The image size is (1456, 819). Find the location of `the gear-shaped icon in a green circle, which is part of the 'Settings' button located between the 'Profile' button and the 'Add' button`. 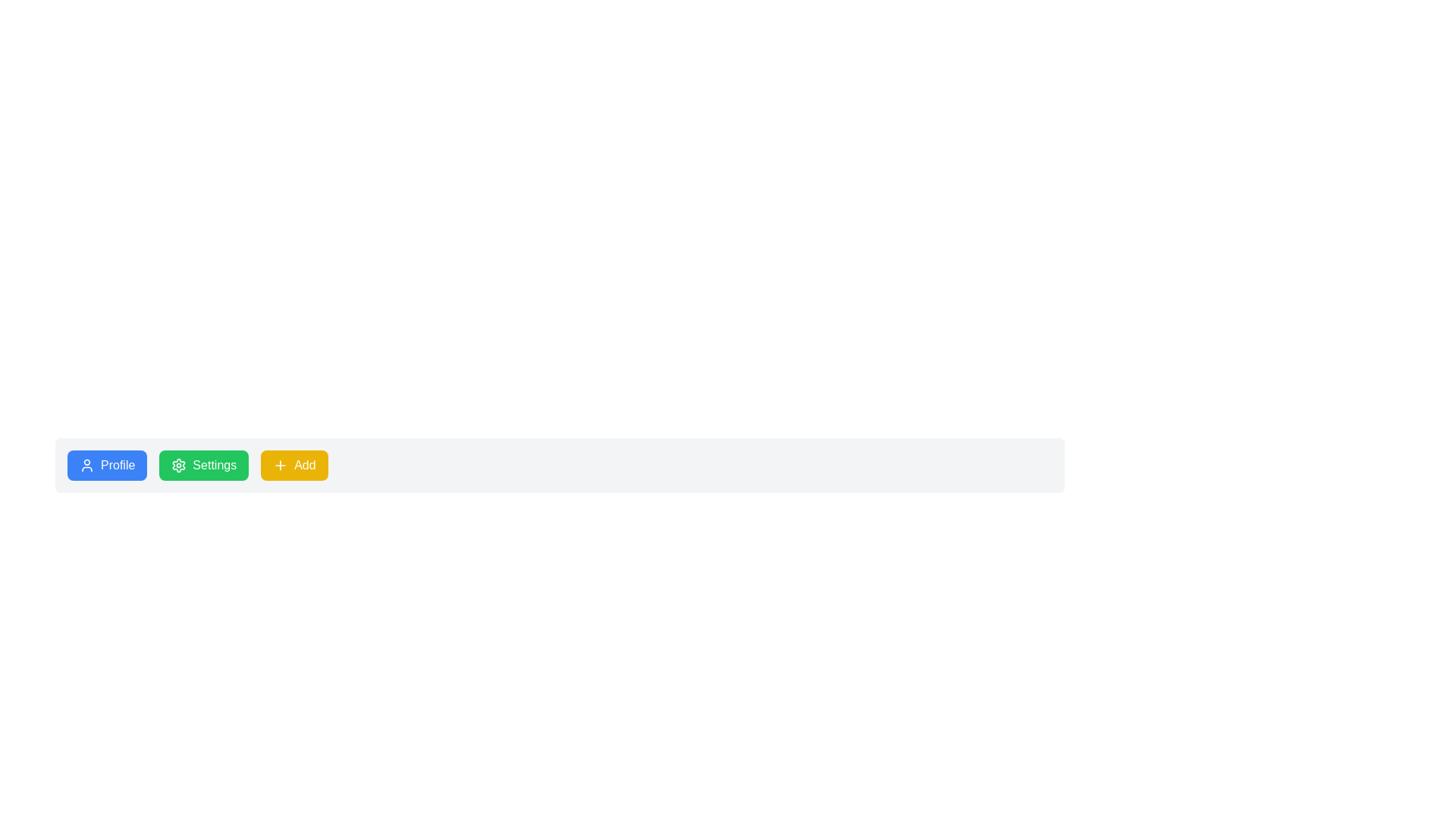

the gear-shaped icon in a green circle, which is part of the 'Settings' button located between the 'Profile' button and the 'Add' button is located at coordinates (179, 464).